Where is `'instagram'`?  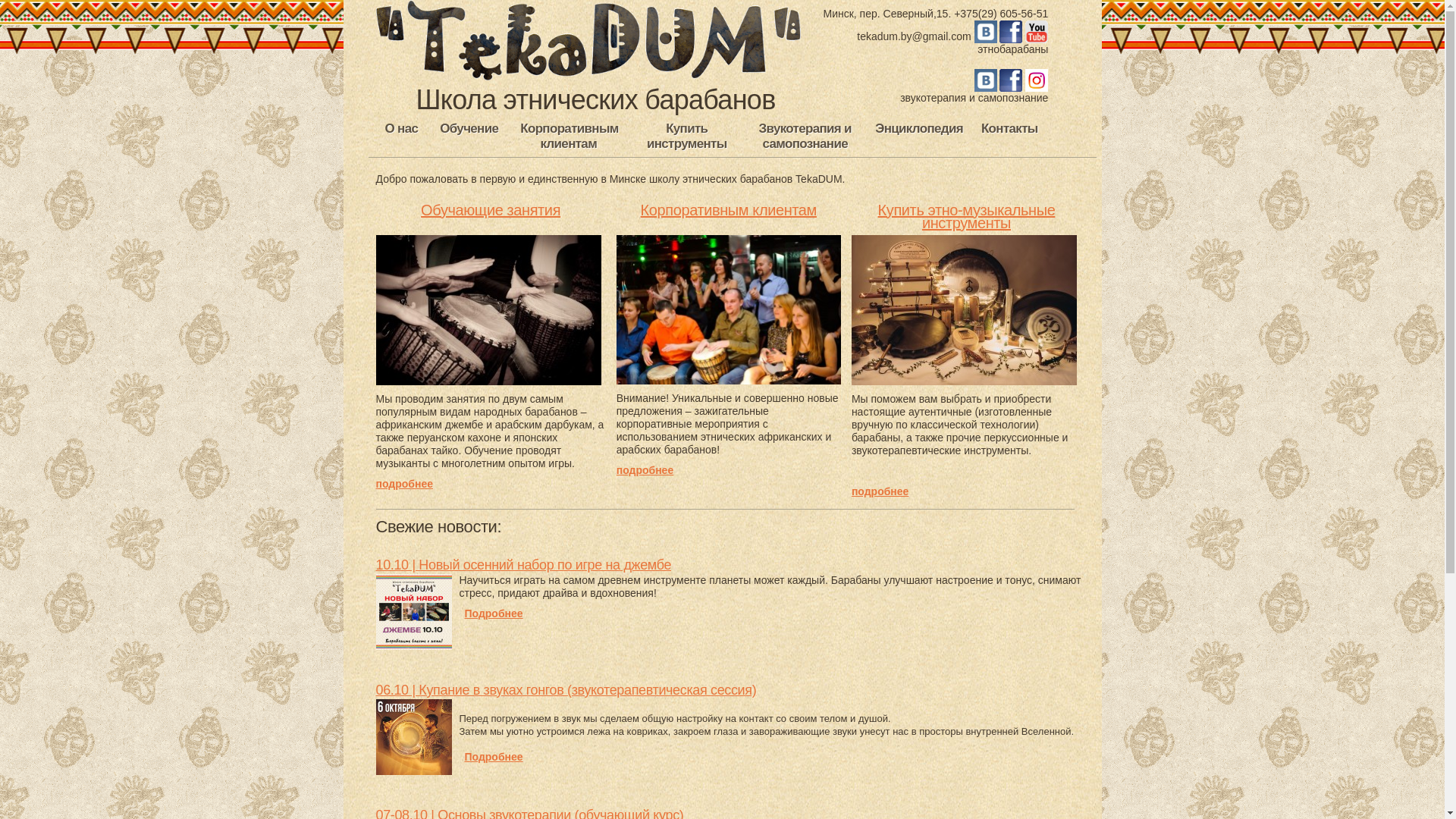 'instagram' is located at coordinates (1036, 84).